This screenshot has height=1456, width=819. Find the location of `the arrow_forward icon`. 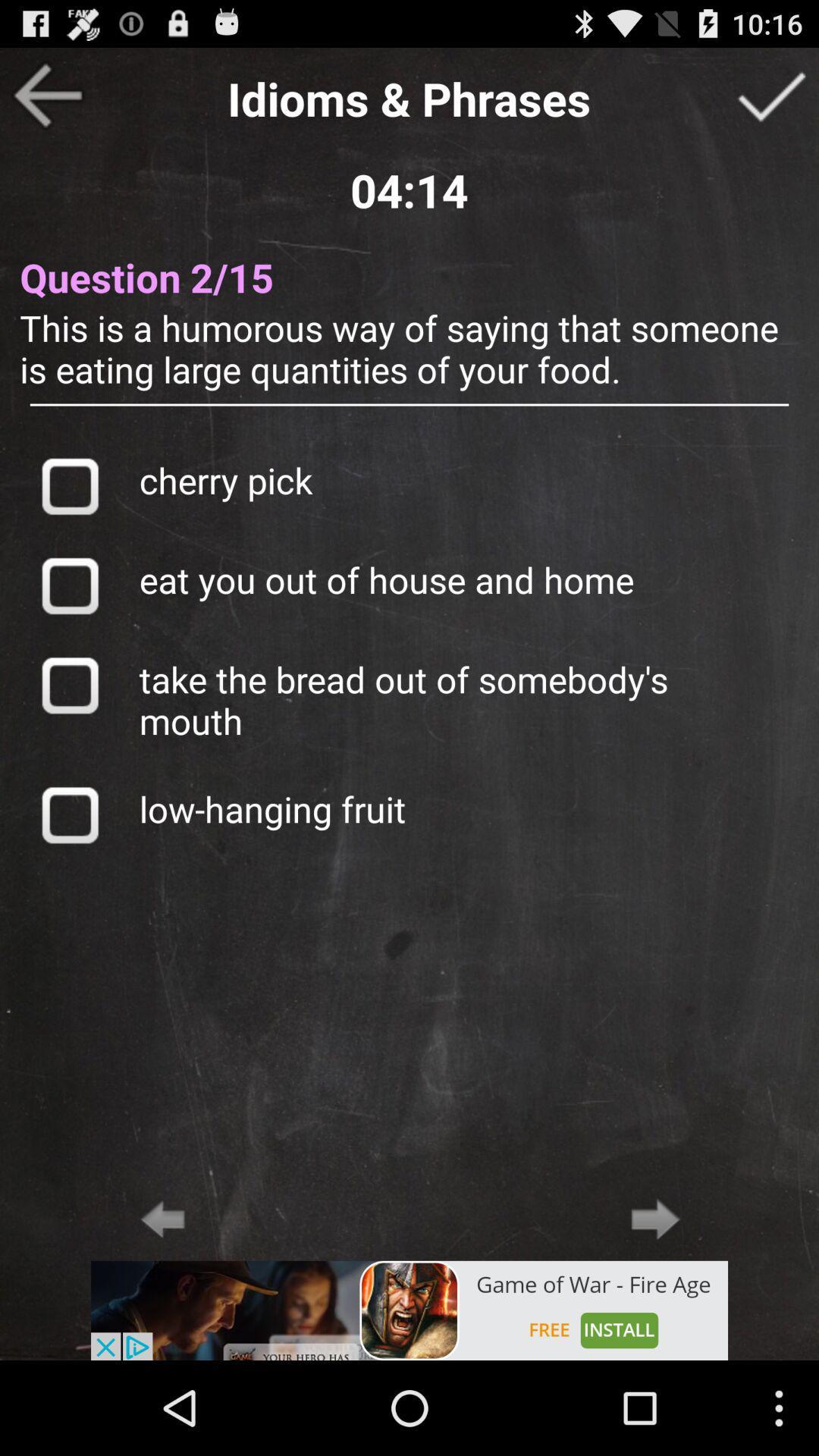

the arrow_forward icon is located at coordinates (655, 1304).